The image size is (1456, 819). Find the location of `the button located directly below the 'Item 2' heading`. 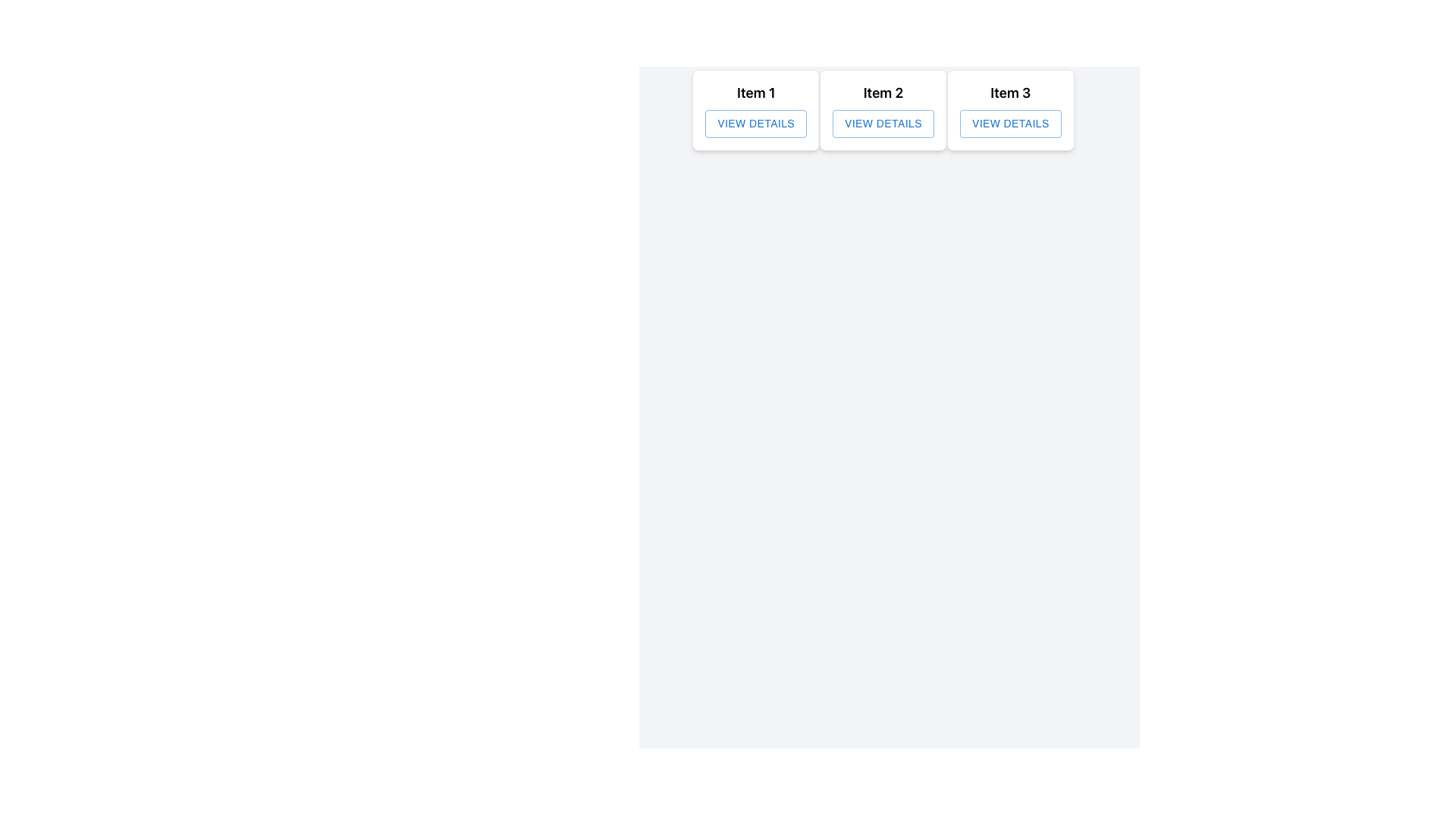

the button located directly below the 'Item 2' heading is located at coordinates (883, 123).